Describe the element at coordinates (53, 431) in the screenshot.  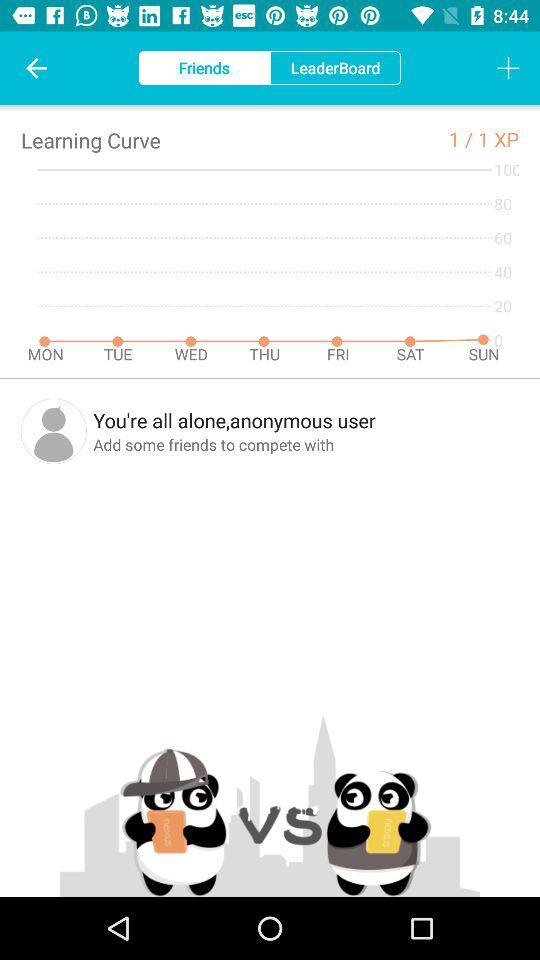
I see `item on the left` at that location.